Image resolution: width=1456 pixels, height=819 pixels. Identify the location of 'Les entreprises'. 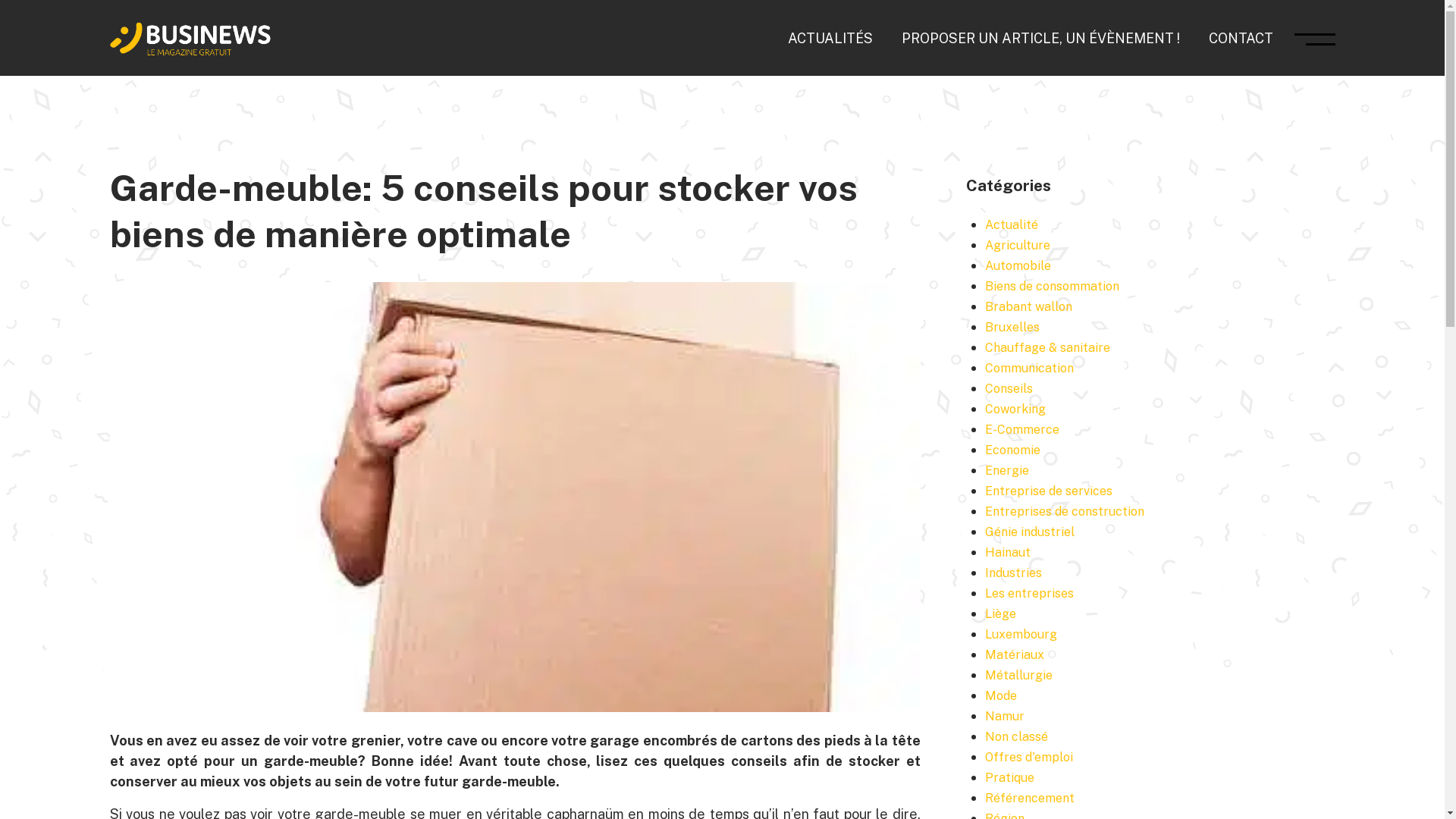
(1029, 592).